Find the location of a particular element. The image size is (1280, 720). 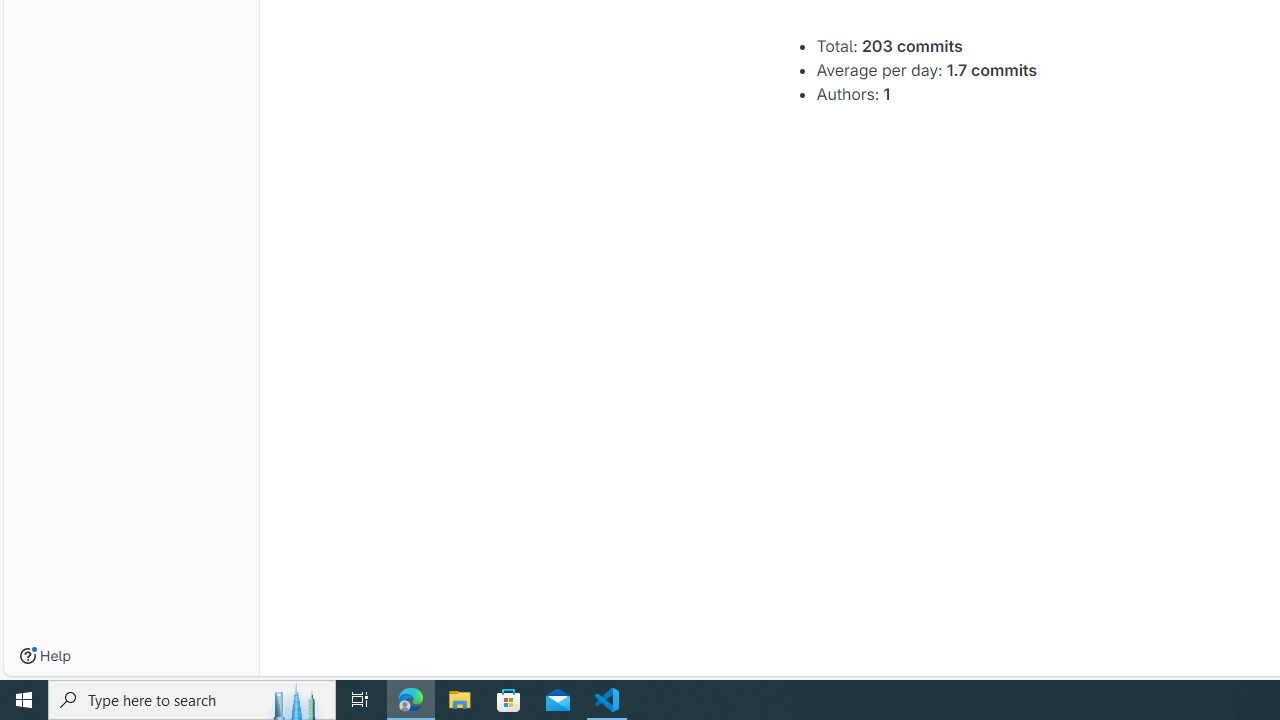

'Help' is located at coordinates (45, 655).